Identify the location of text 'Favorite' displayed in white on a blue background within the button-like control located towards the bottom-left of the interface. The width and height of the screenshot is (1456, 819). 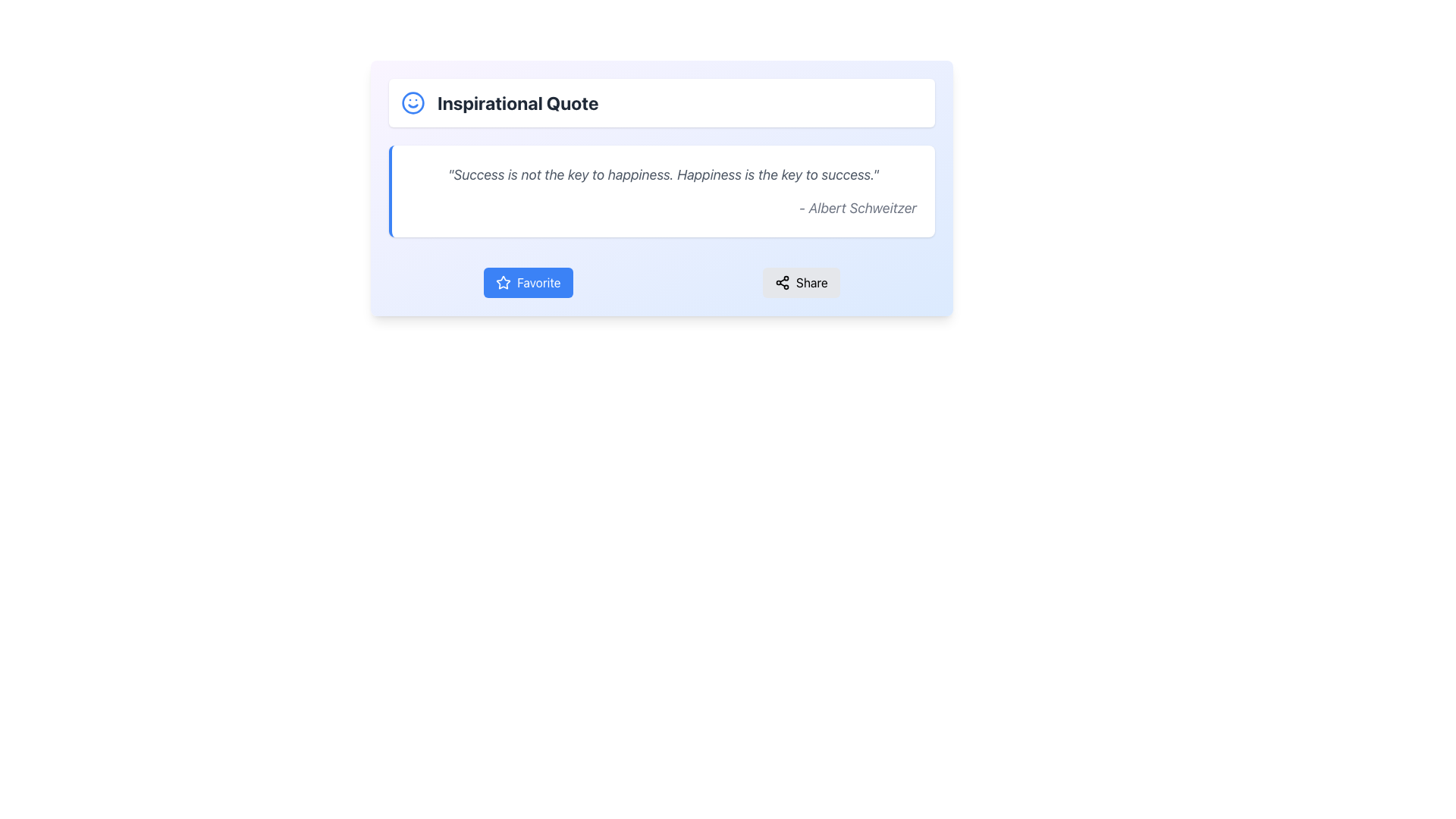
(538, 283).